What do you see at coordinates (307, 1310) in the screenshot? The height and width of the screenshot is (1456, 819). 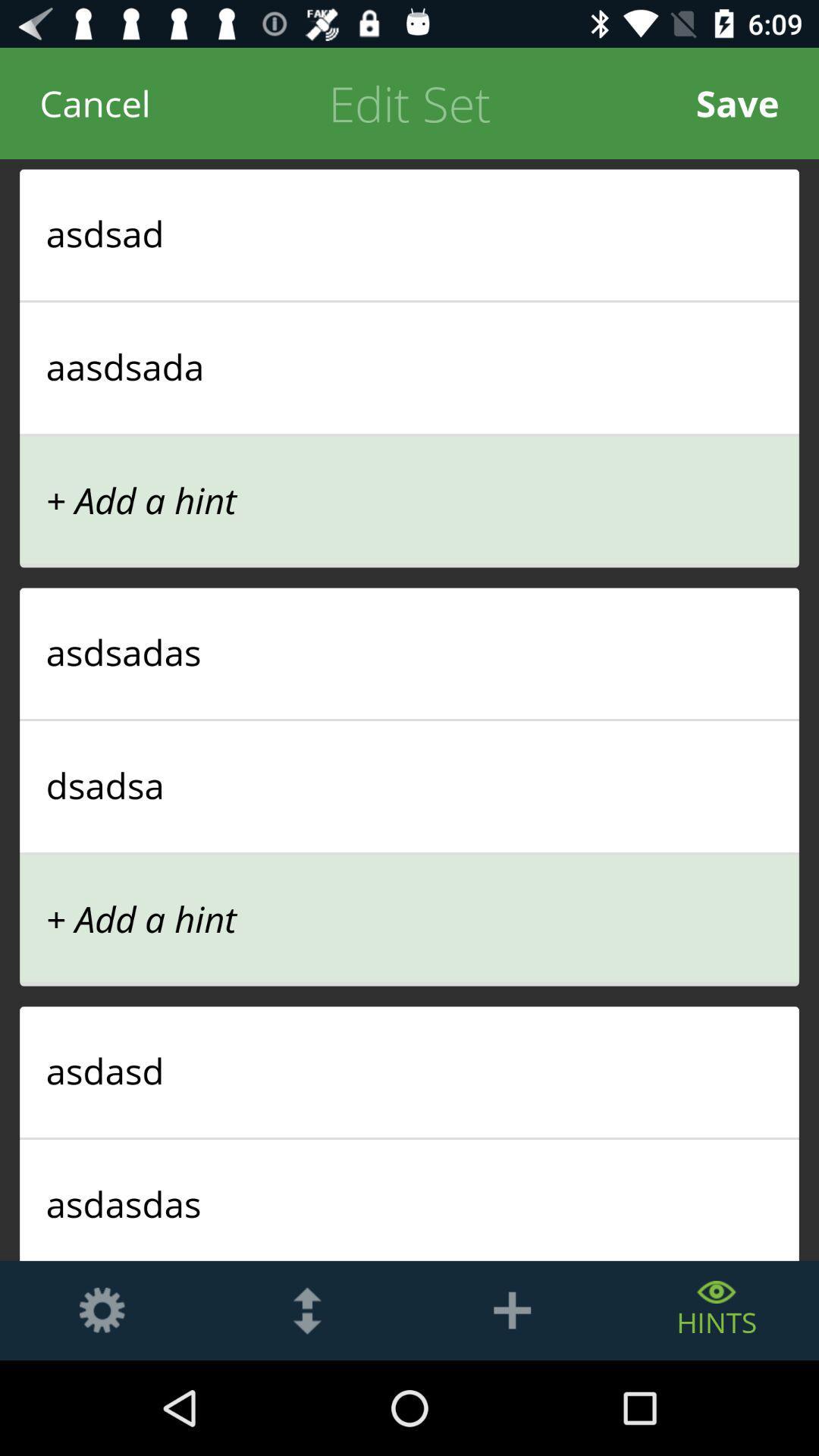 I see `up and down` at bounding box center [307, 1310].